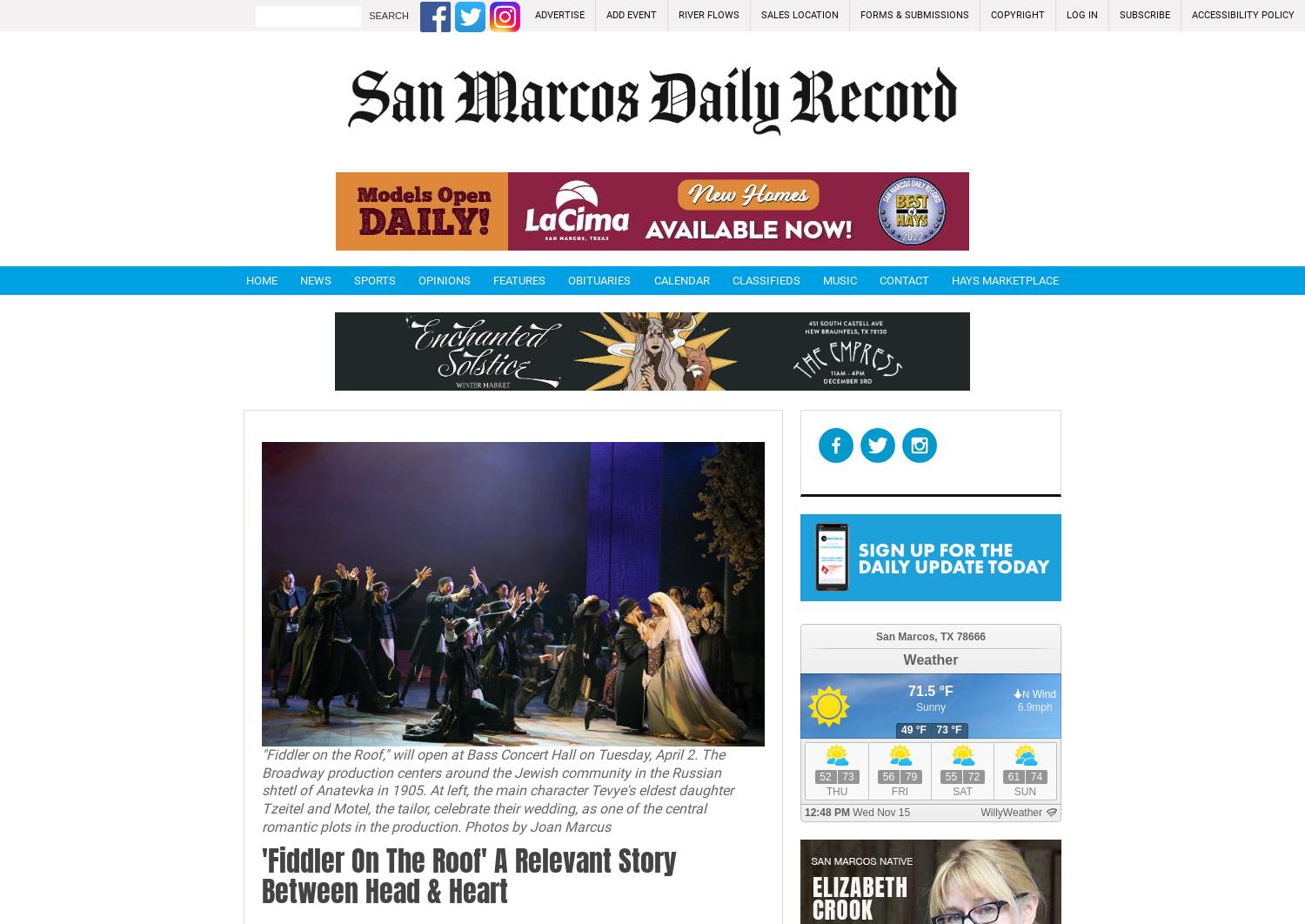  I want to click on 'Home', so click(262, 279).